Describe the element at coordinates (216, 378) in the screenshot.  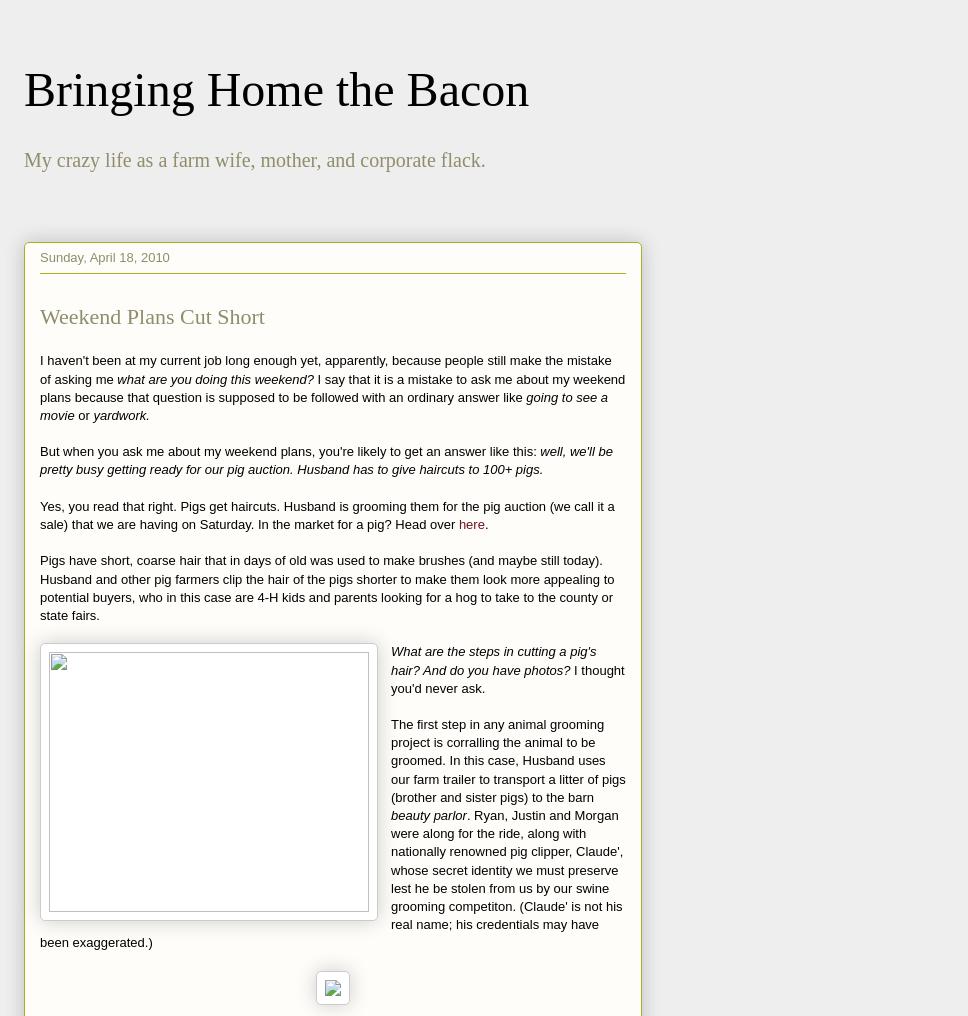
I see `'what are you doing this weekend?'` at that location.